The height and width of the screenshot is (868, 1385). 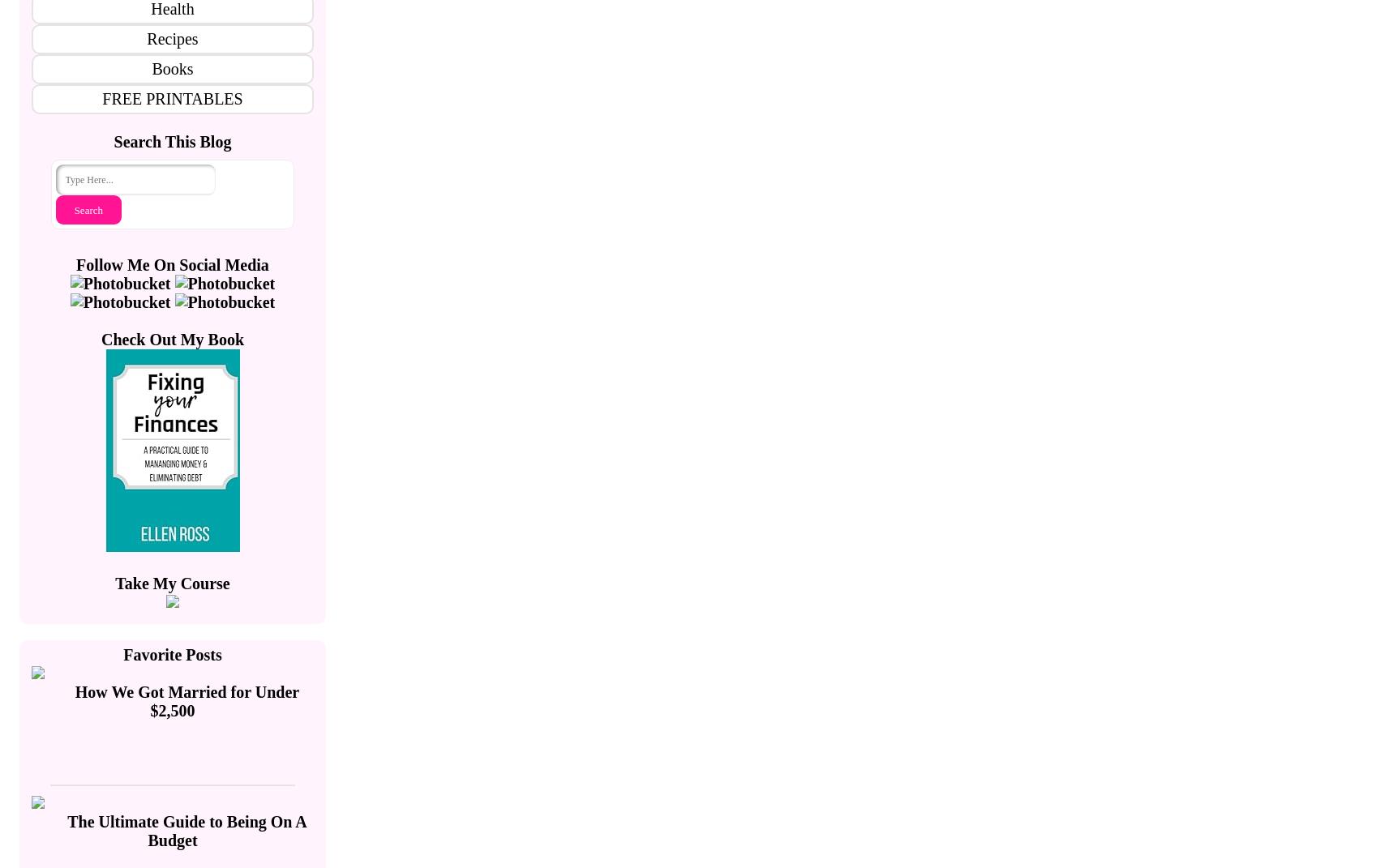 What do you see at coordinates (172, 584) in the screenshot?
I see `'Take My Course'` at bounding box center [172, 584].